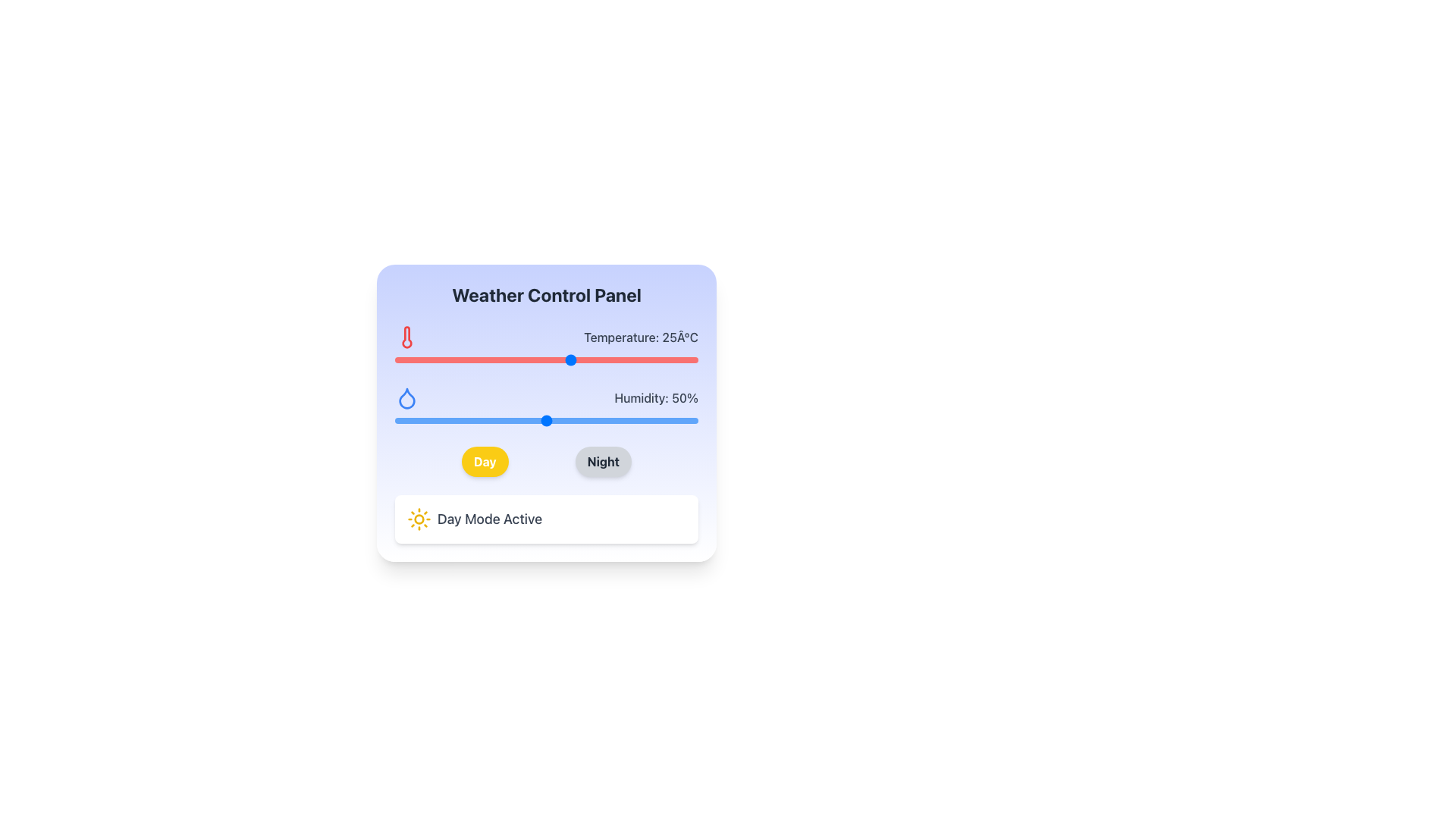  I want to click on the informational Text Label that displays the current humidity level percentage, which is located near the center-right side of the interface, below the 'Temperature' label, so click(656, 397).